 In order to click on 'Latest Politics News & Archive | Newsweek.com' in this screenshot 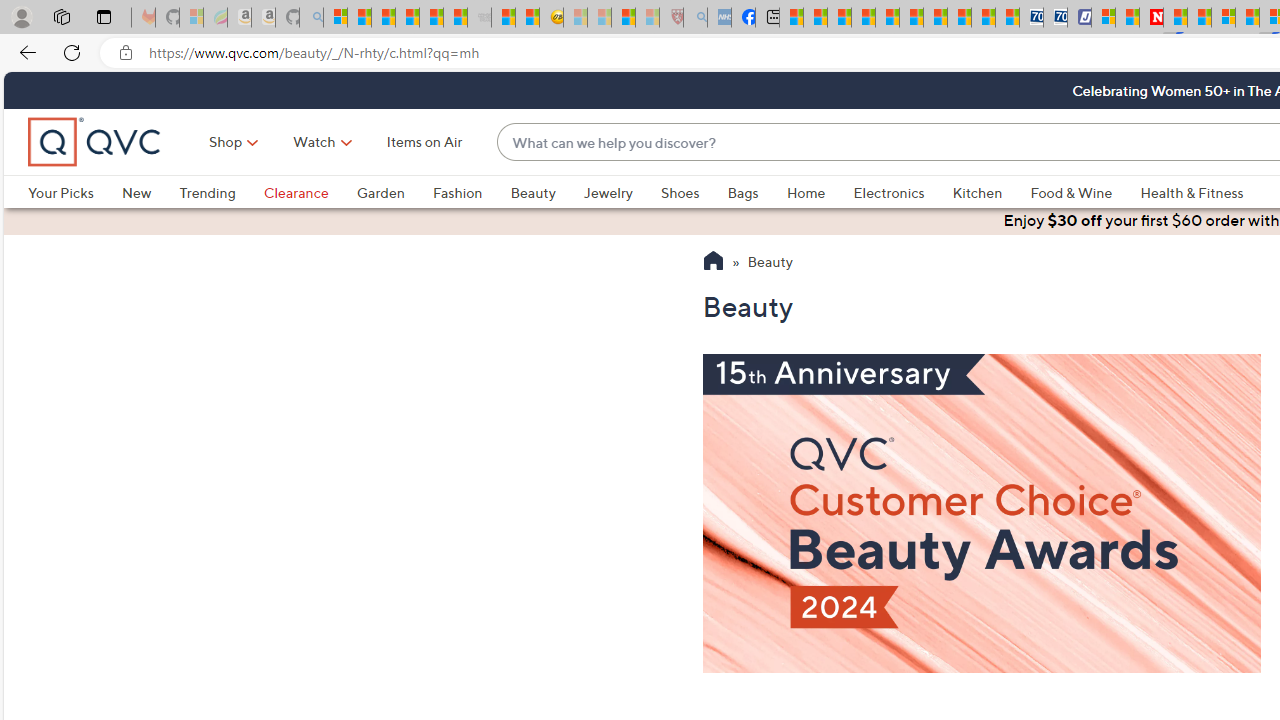, I will do `click(1152, 17)`.